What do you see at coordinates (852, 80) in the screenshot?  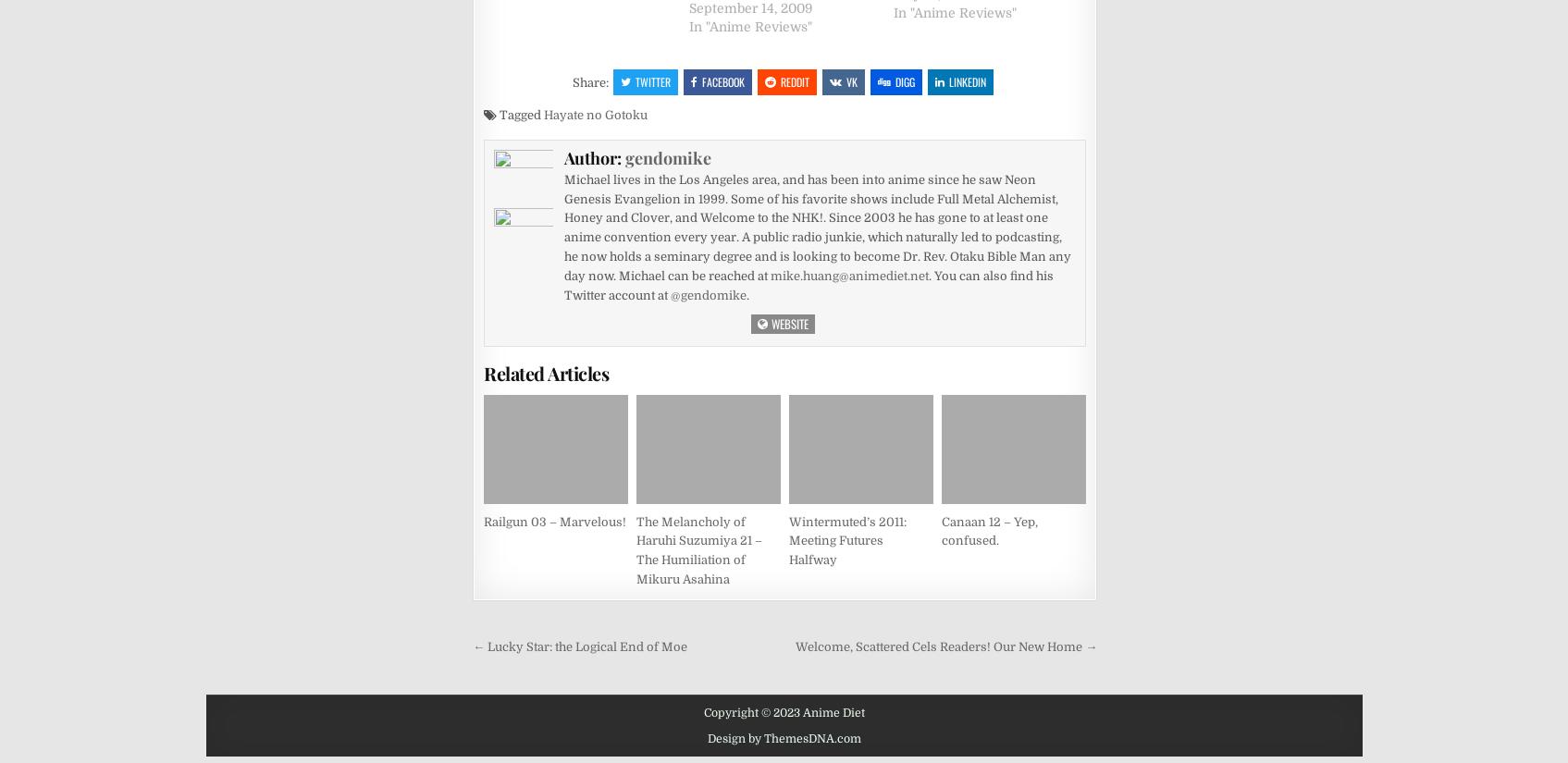 I see `'VK'` at bounding box center [852, 80].